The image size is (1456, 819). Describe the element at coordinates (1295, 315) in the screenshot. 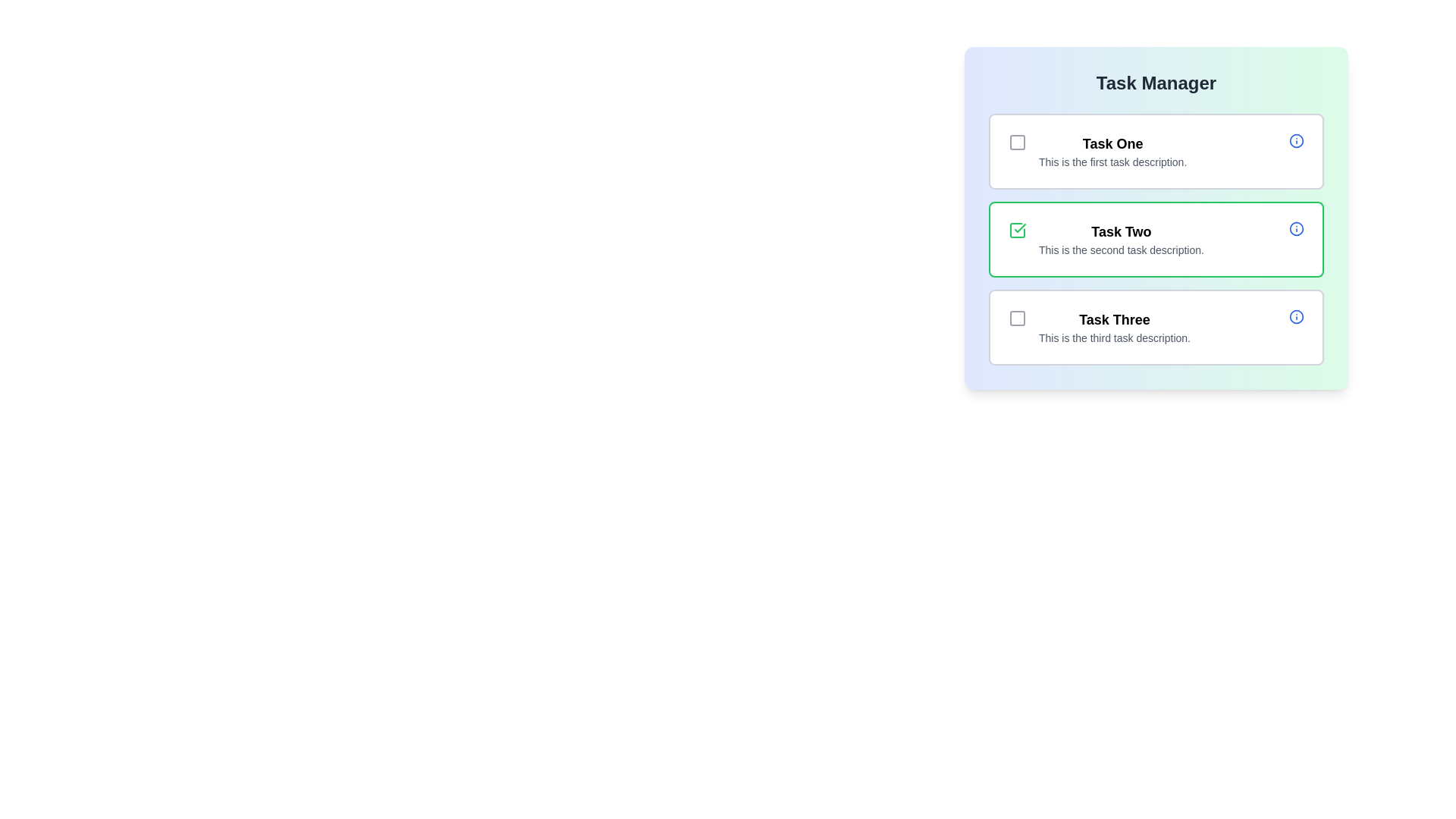

I see `the circular graphical icon with a blue border, which is part of the 'info' icon group and located to the right of the task title and description` at that location.